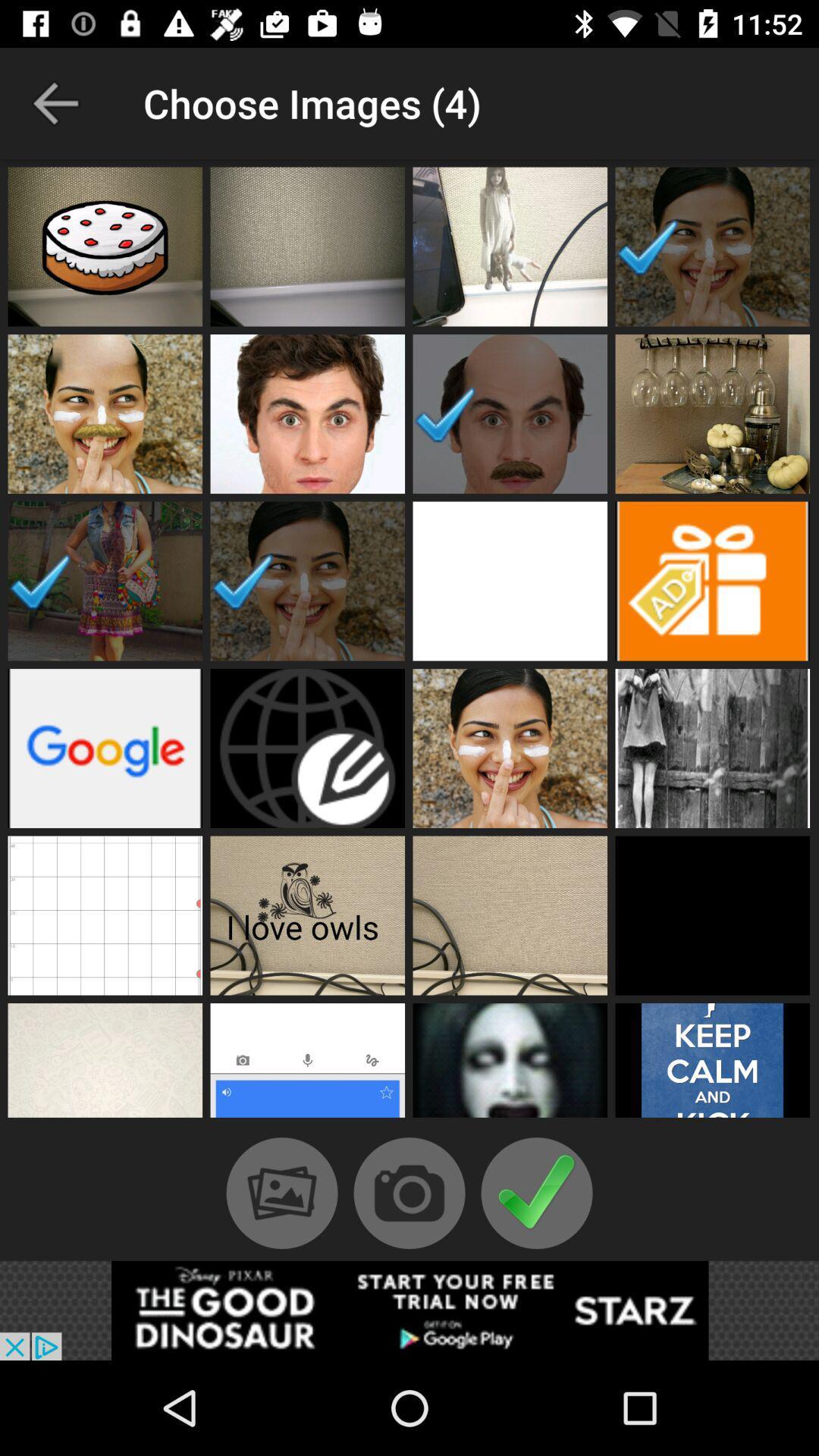  What do you see at coordinates (307, 414) in the screenshot?
I see `ateno par imagem do rosto` at bounding box center [307, 414].